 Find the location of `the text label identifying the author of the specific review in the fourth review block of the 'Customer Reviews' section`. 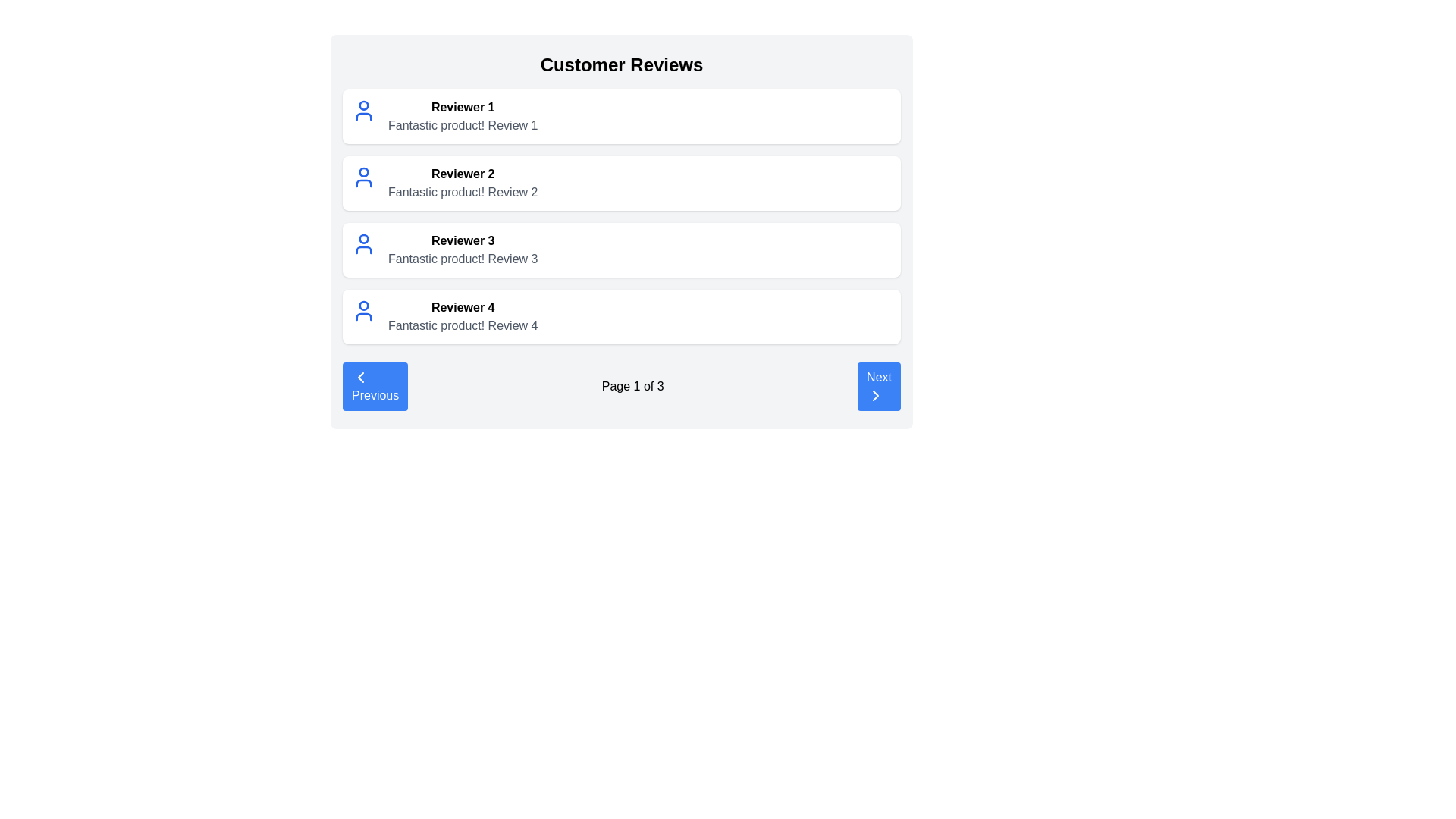

the text label identifying the author of the specific review in the fourth review block of the 'Customer Reviews' section is located at coordinates (462, 307).